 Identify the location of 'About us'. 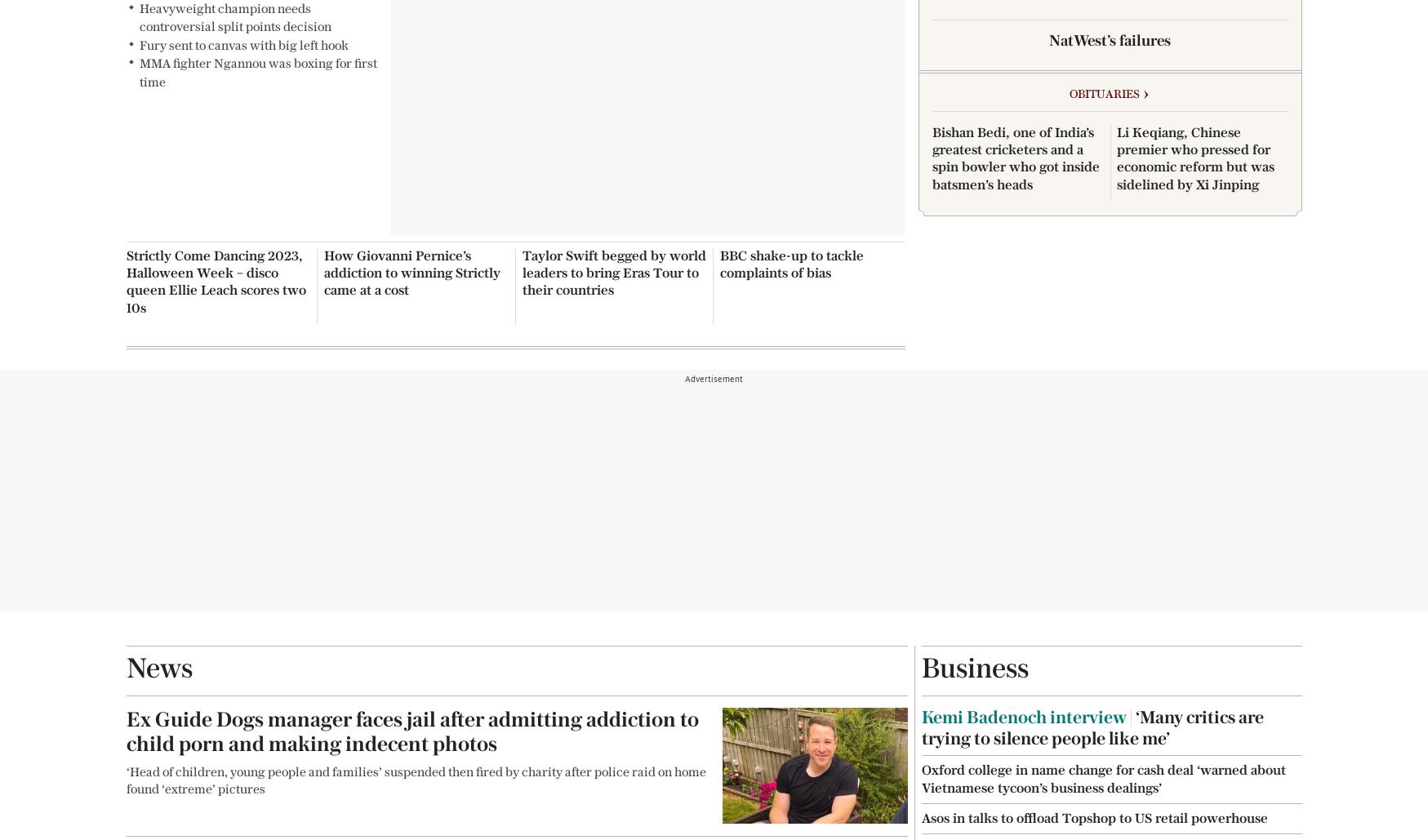
(399, 44).